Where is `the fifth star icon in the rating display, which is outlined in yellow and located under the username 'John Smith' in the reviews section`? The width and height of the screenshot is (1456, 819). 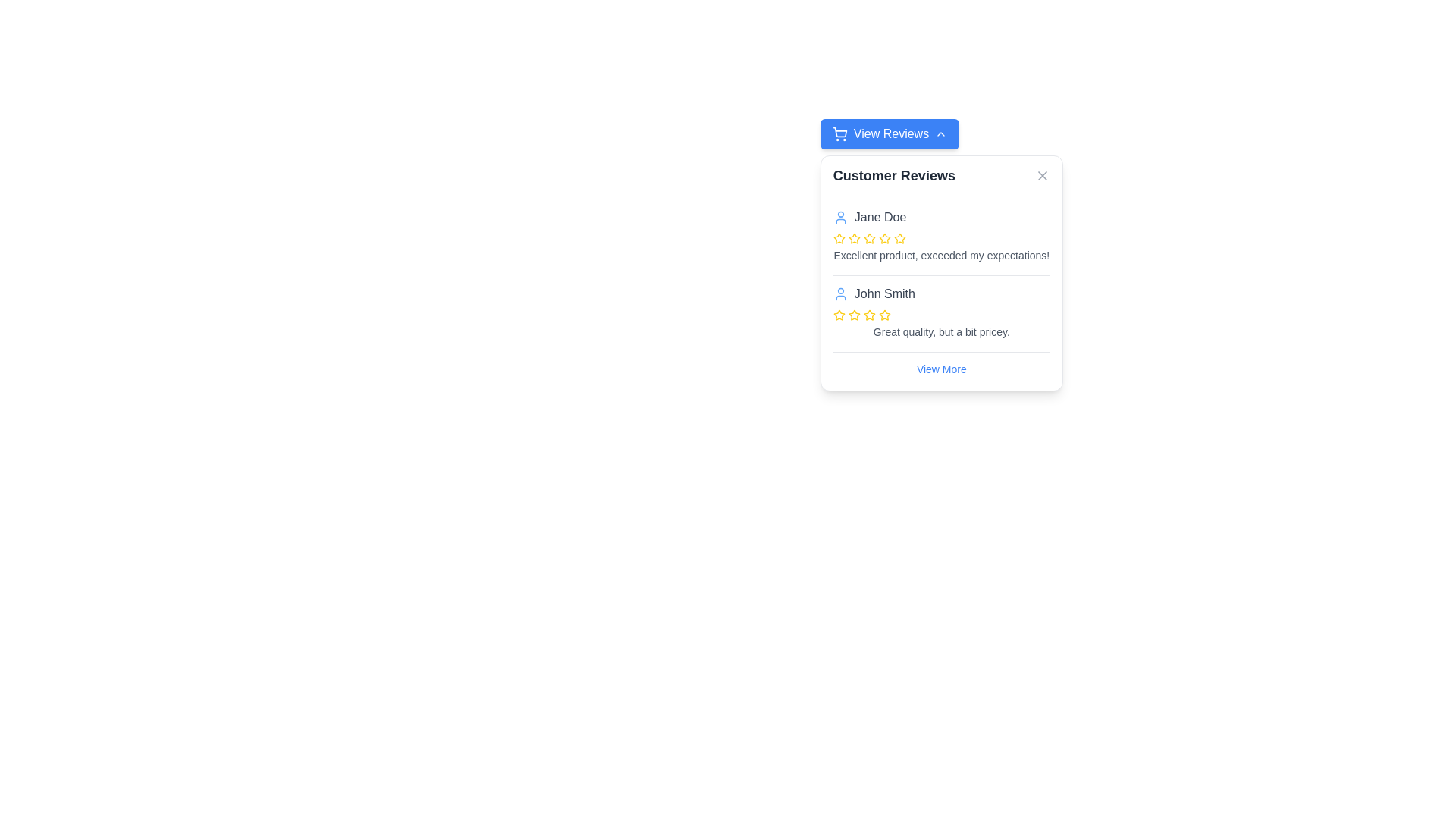
the fifth star icon in the rating display, which is outlined in yellow and located under the username 'John Smith' in the reviews section is located at coordinates (884, 315).